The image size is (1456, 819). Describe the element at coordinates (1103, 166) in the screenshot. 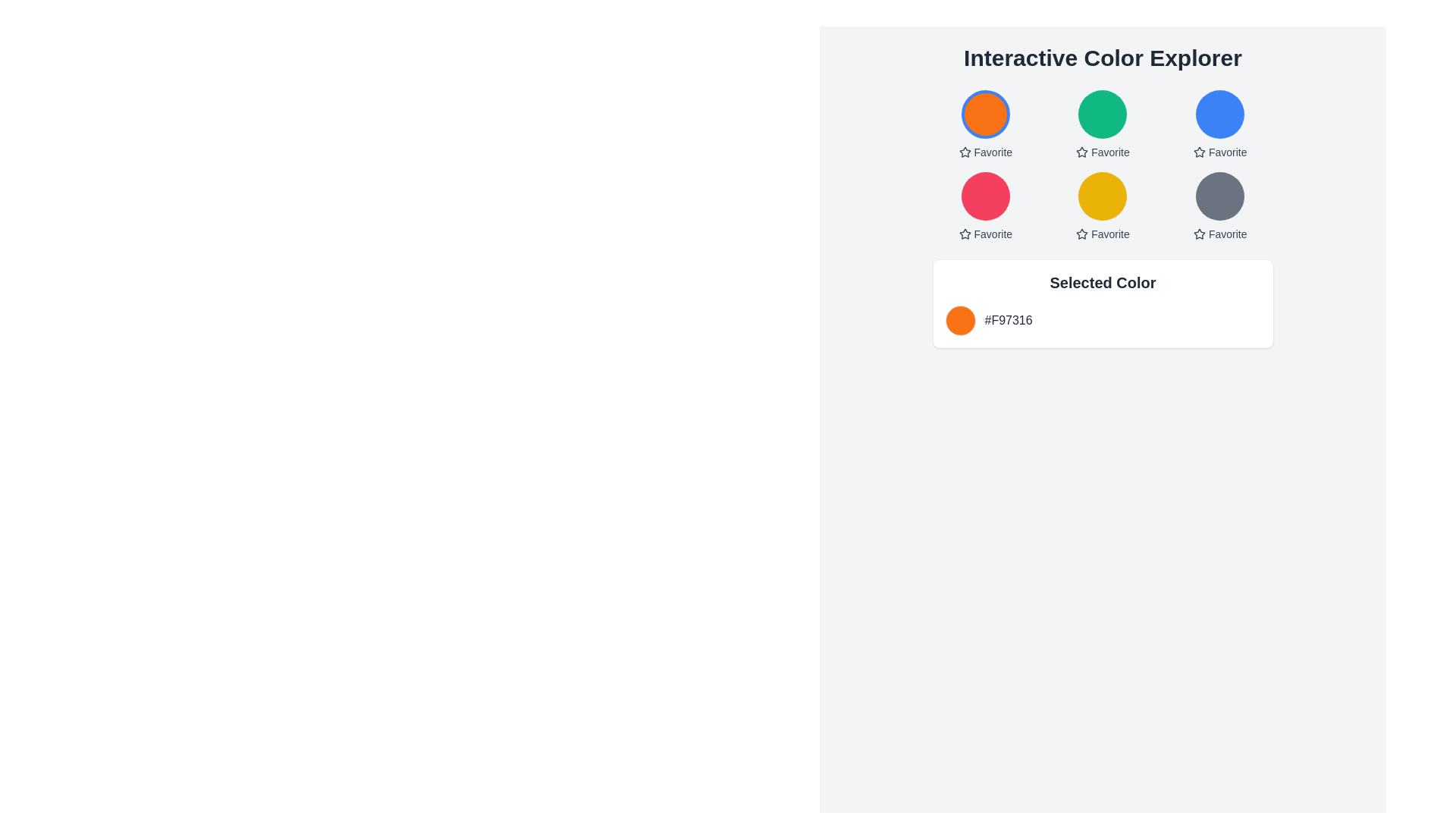

I see `the circular golden yellow 'Favorite' button in the 'Interactive Color Explorer' section` at that location.